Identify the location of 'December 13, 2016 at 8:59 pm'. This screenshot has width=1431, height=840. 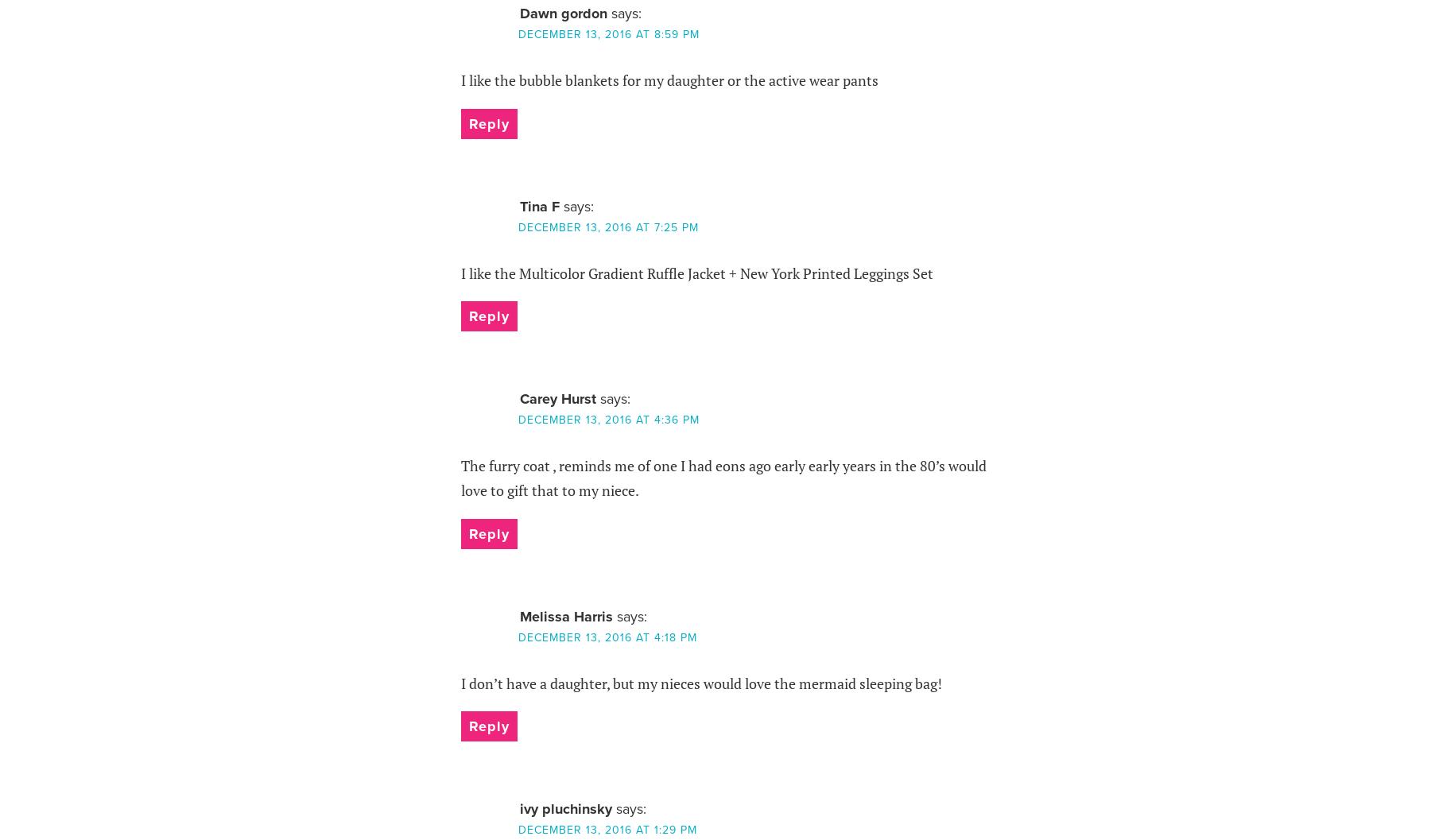
(607, 34).